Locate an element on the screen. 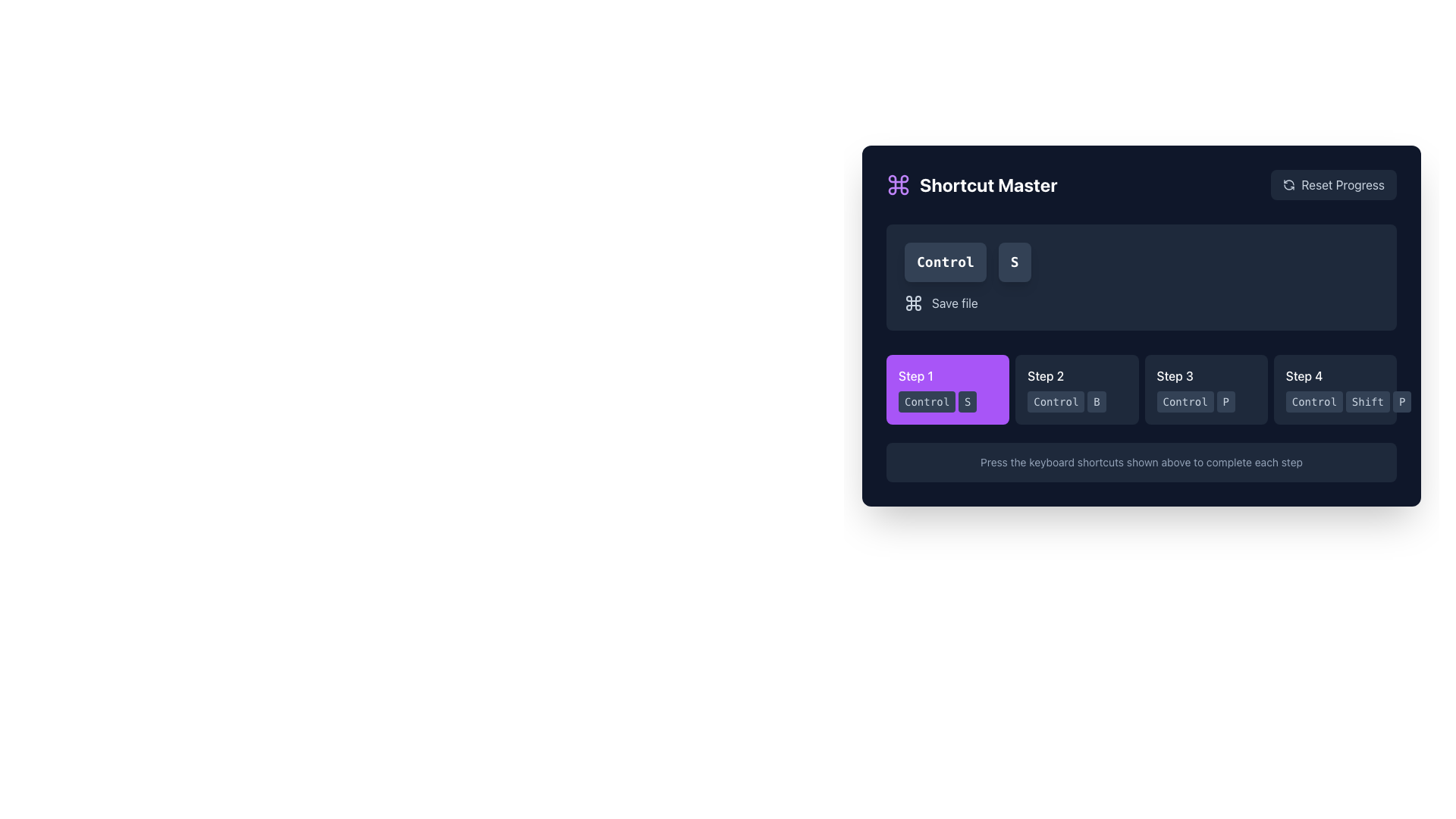 This screenshot has width=1456, height=819. text on the 'P' button, which is the third button in a group of keyboard shortcut buttons for step 4, located at the bottom right corner of the step indicator is located at coordinates (1401, 400).